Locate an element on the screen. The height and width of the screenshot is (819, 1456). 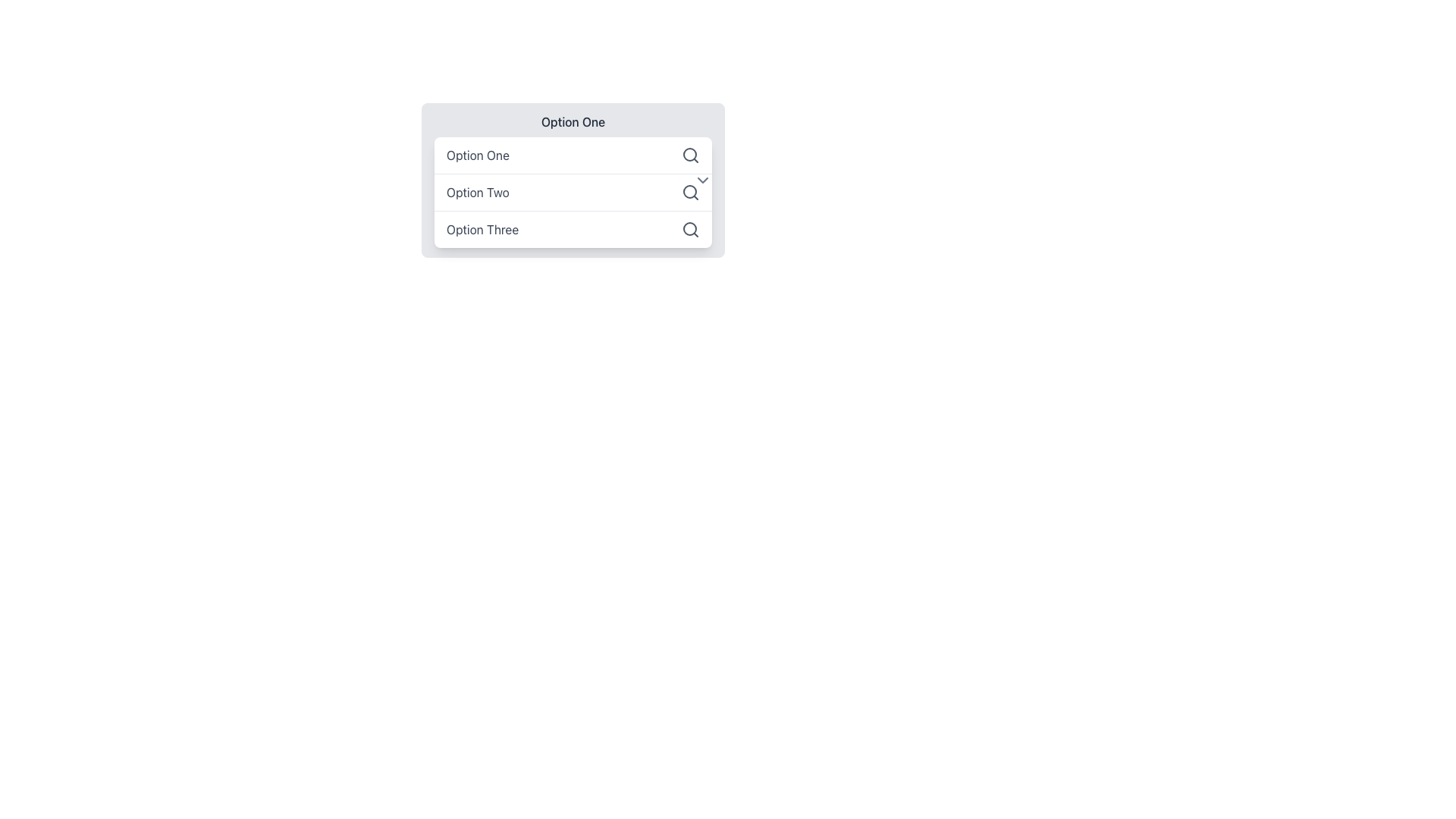
text content of the 'Option One' label in the first menu item of the dropdown list is located at coordinates (477, 155).